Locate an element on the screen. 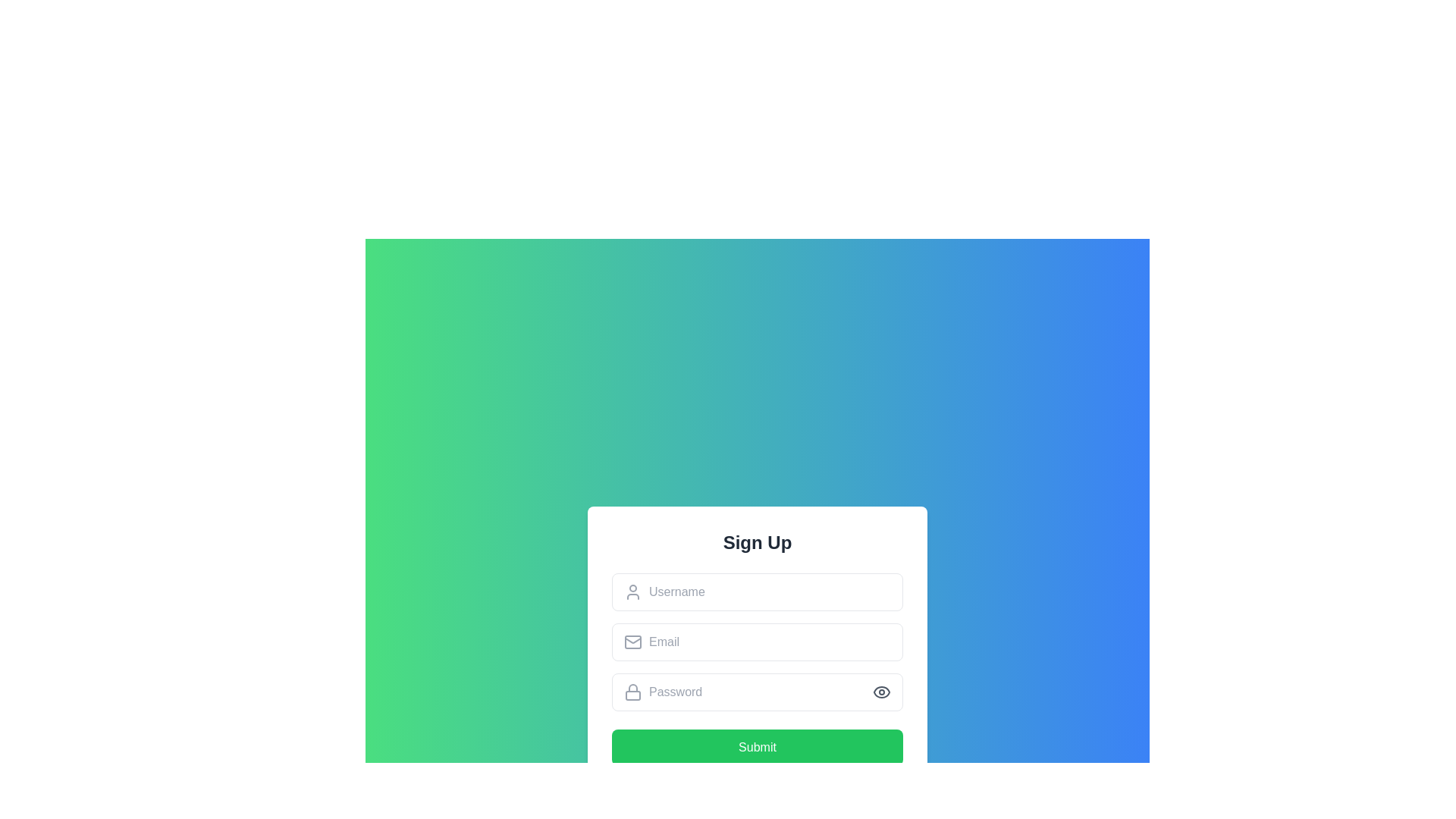  the email input icon, which indicates to the user that they should enter their email address in the associated field is located at coordinates (633, 642).